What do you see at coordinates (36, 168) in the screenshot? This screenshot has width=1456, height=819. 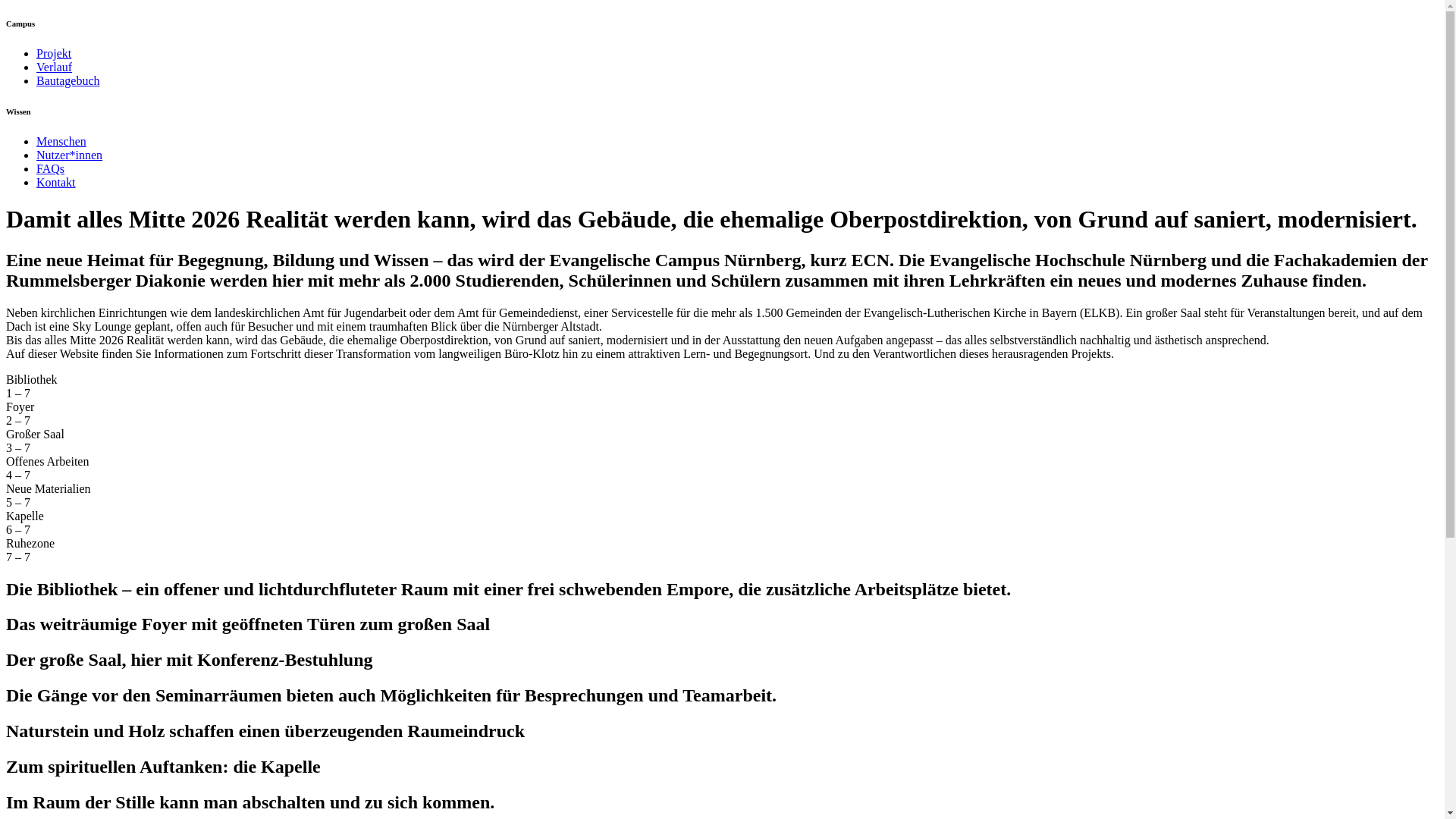 I see `'FAQs'` at bounding box center [36, 168].